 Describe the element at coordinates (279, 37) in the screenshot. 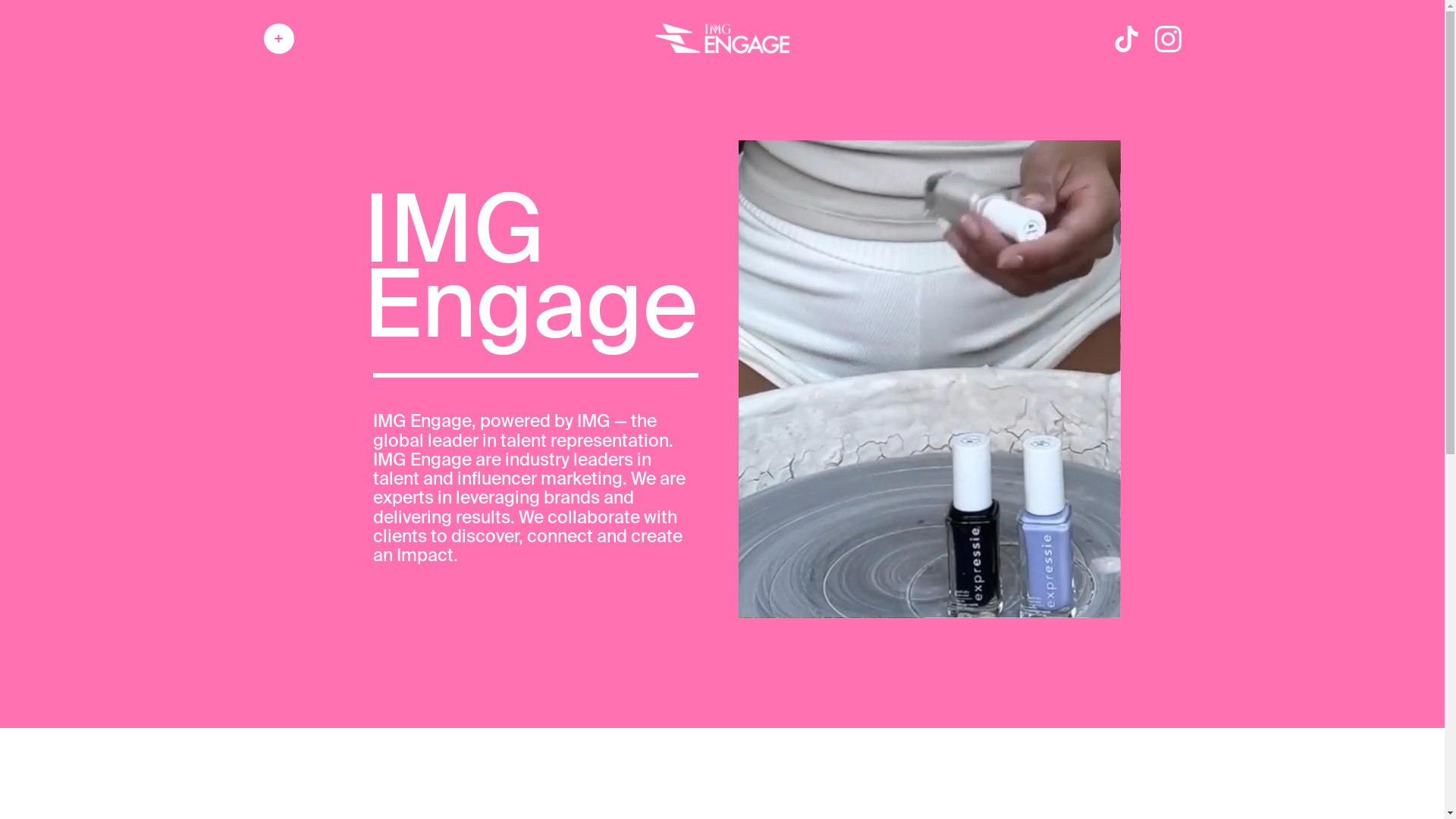

I see `'+'` at that location.